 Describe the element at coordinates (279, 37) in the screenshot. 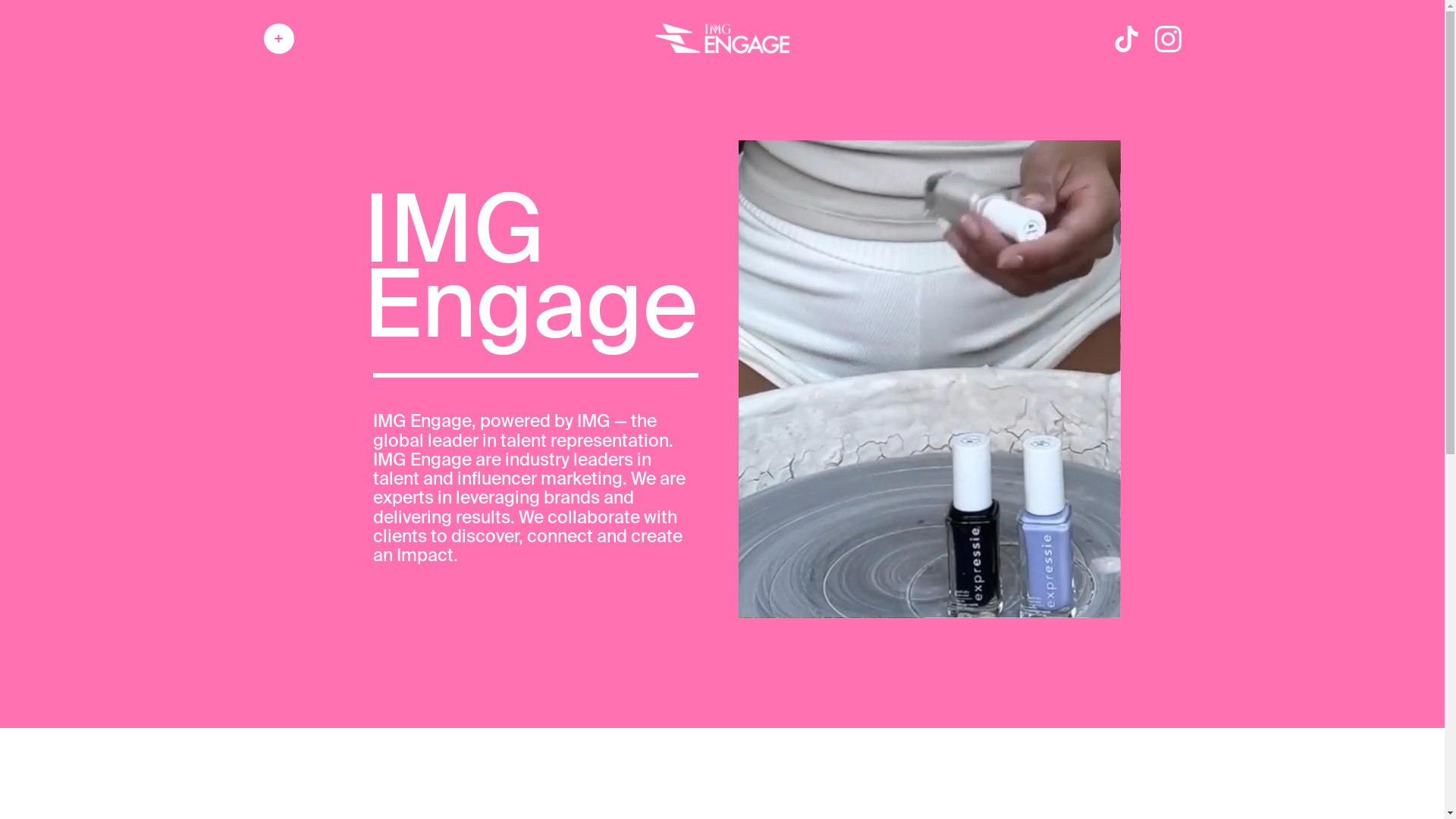

I see `'+'` at that location.